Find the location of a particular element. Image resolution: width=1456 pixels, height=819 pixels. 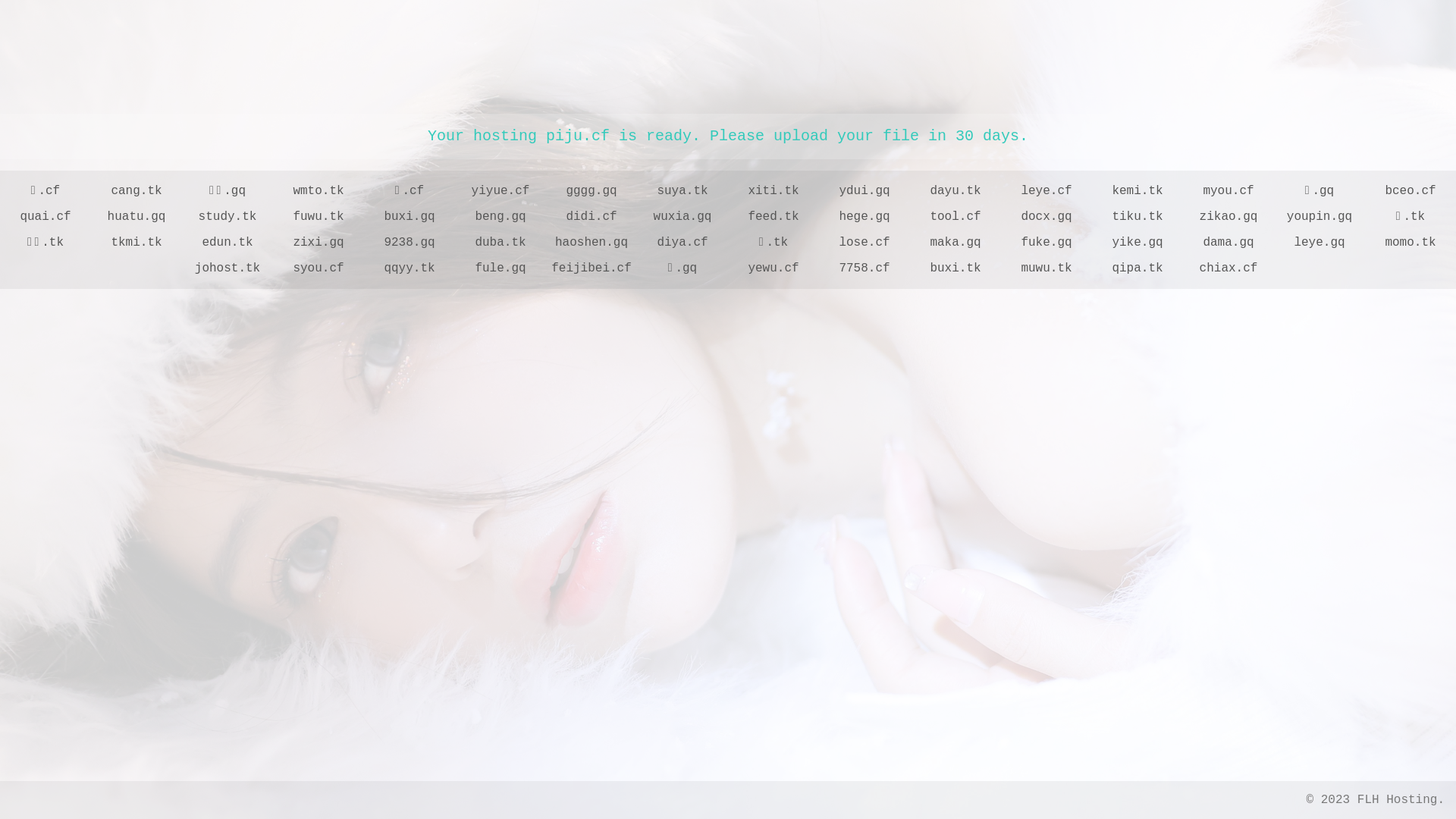

'kemi.tk' is located at coordinates (1092, 190).